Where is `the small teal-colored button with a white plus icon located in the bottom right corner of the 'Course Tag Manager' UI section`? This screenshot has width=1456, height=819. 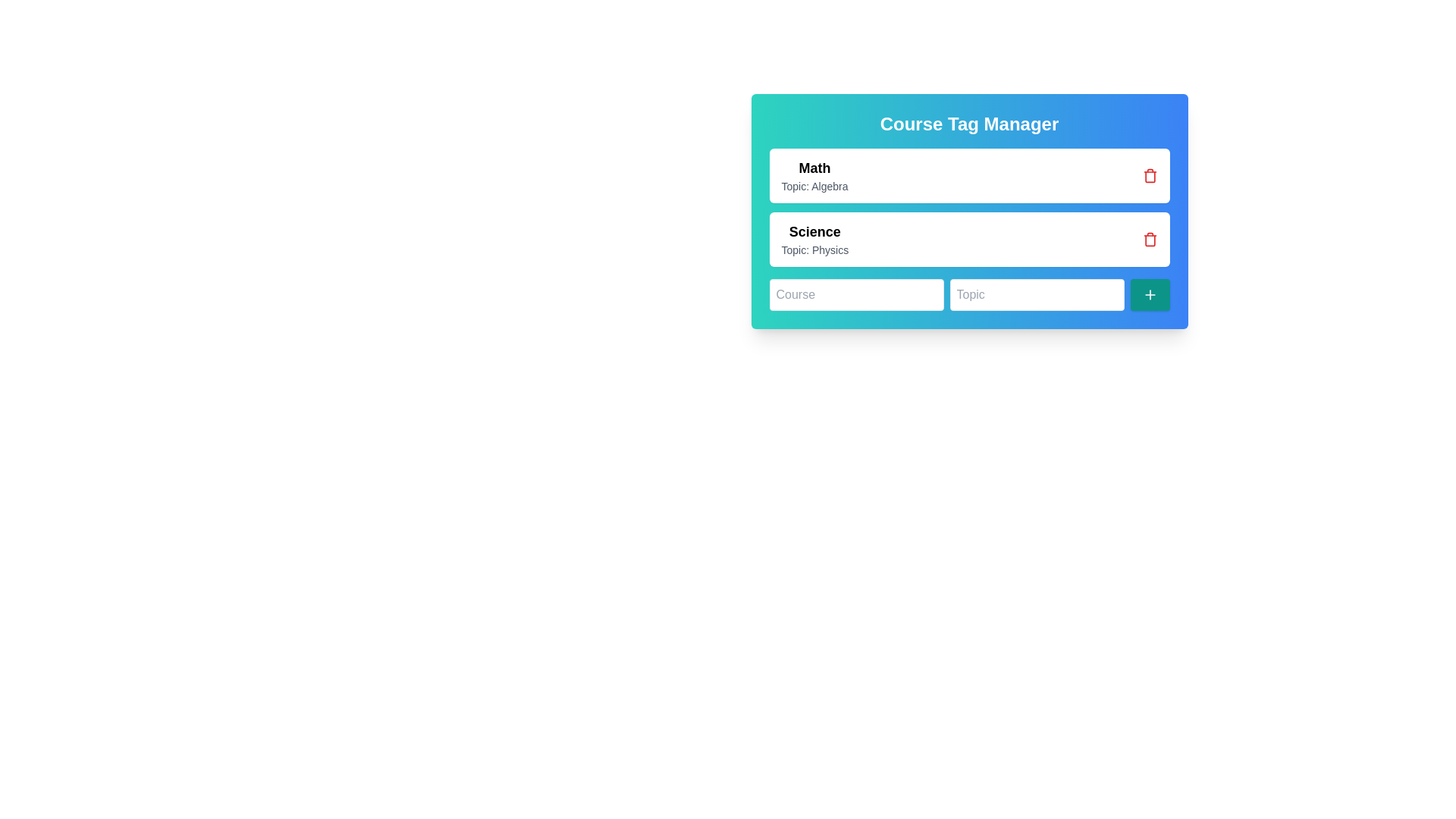 the small teal-colored button with a white plus icon located in the bottom right corner of the 'Course Tag Manager' UI section is located at coordinates (1150, 295).